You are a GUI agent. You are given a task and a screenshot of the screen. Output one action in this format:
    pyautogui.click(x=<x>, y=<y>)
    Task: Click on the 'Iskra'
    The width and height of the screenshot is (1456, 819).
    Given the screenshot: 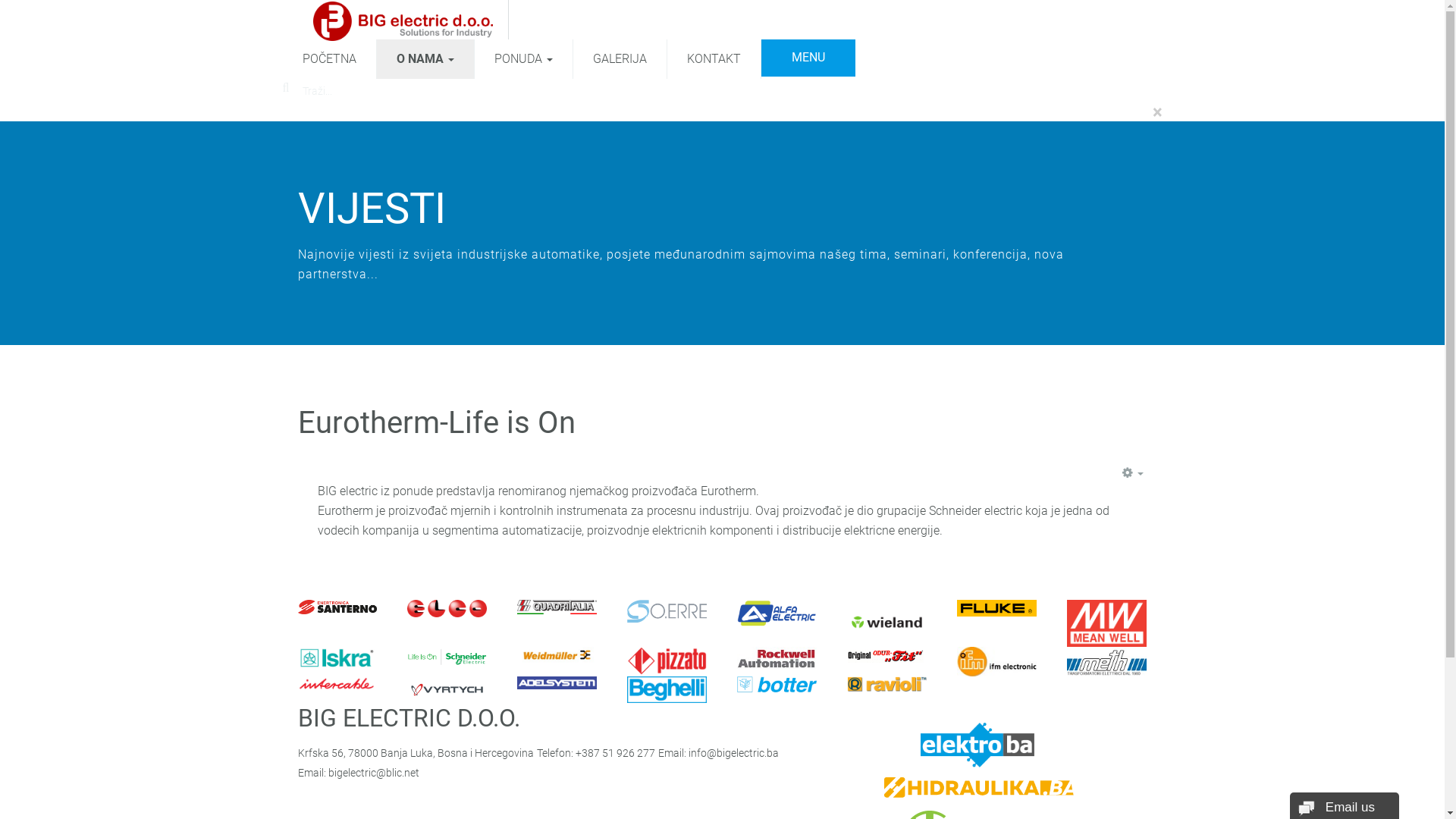 What is the action you would take?
    pyautogui.click(x=336, y=657)
    